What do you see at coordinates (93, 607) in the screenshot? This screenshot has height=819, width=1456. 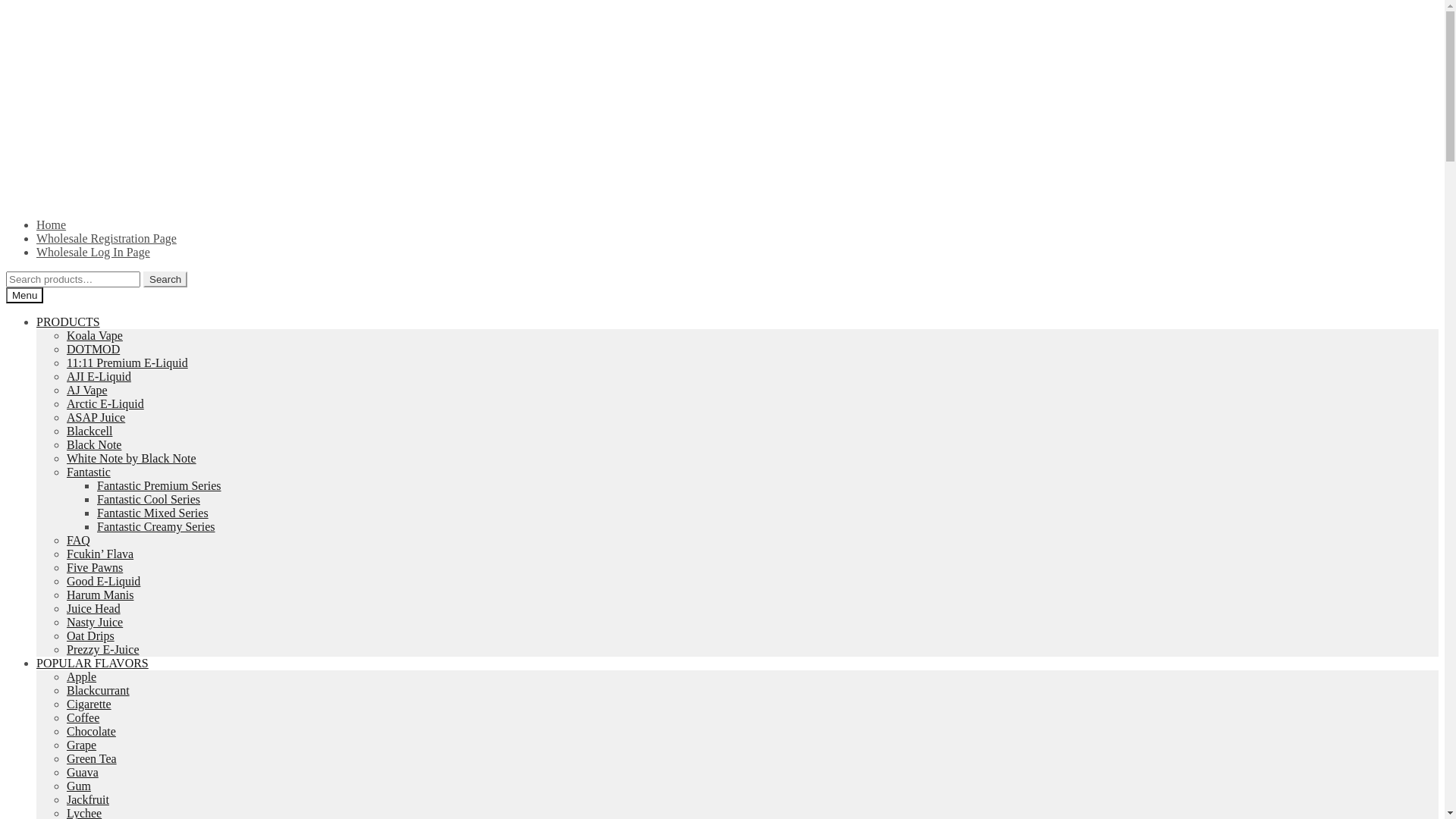 I see `'Juice Head'` at bounding box center [93, 607].